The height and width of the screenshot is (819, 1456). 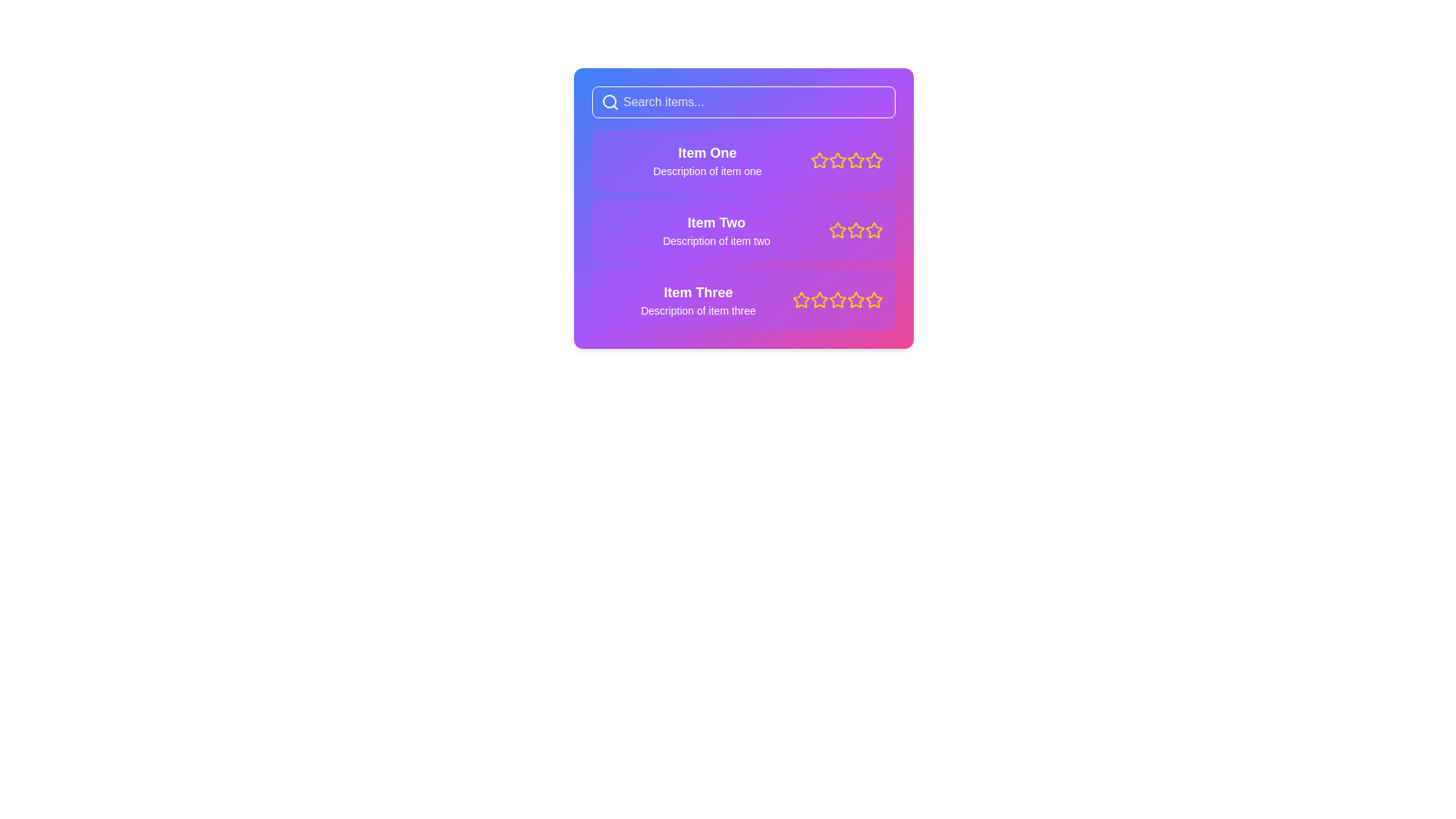 I want to click on the fifth star icon in the five-star rating system for 'Item Three', so click(x=874, y=300).